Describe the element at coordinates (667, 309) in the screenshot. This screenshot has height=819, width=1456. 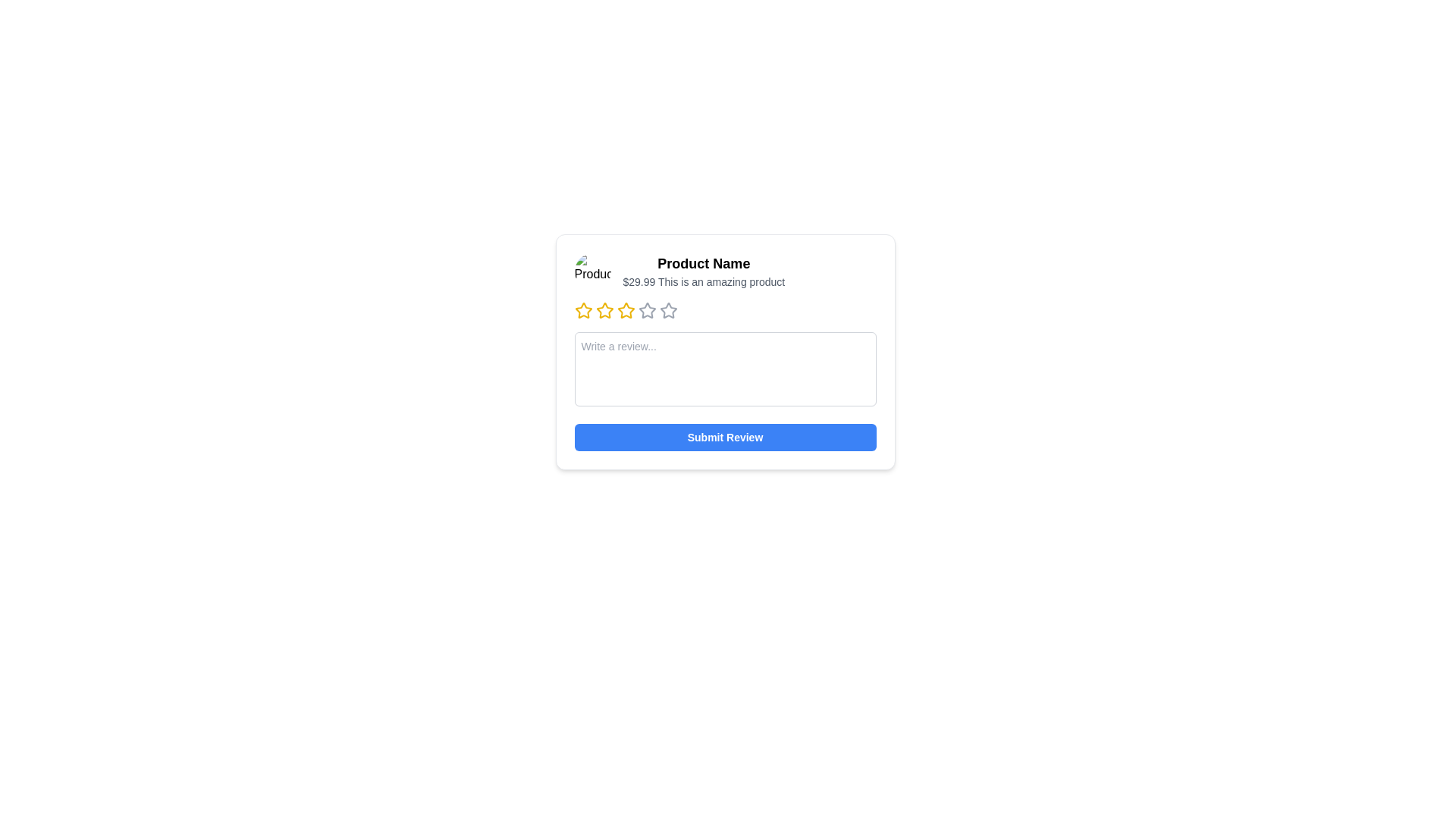
I see `the fourth star icon in the rating component` at that location.